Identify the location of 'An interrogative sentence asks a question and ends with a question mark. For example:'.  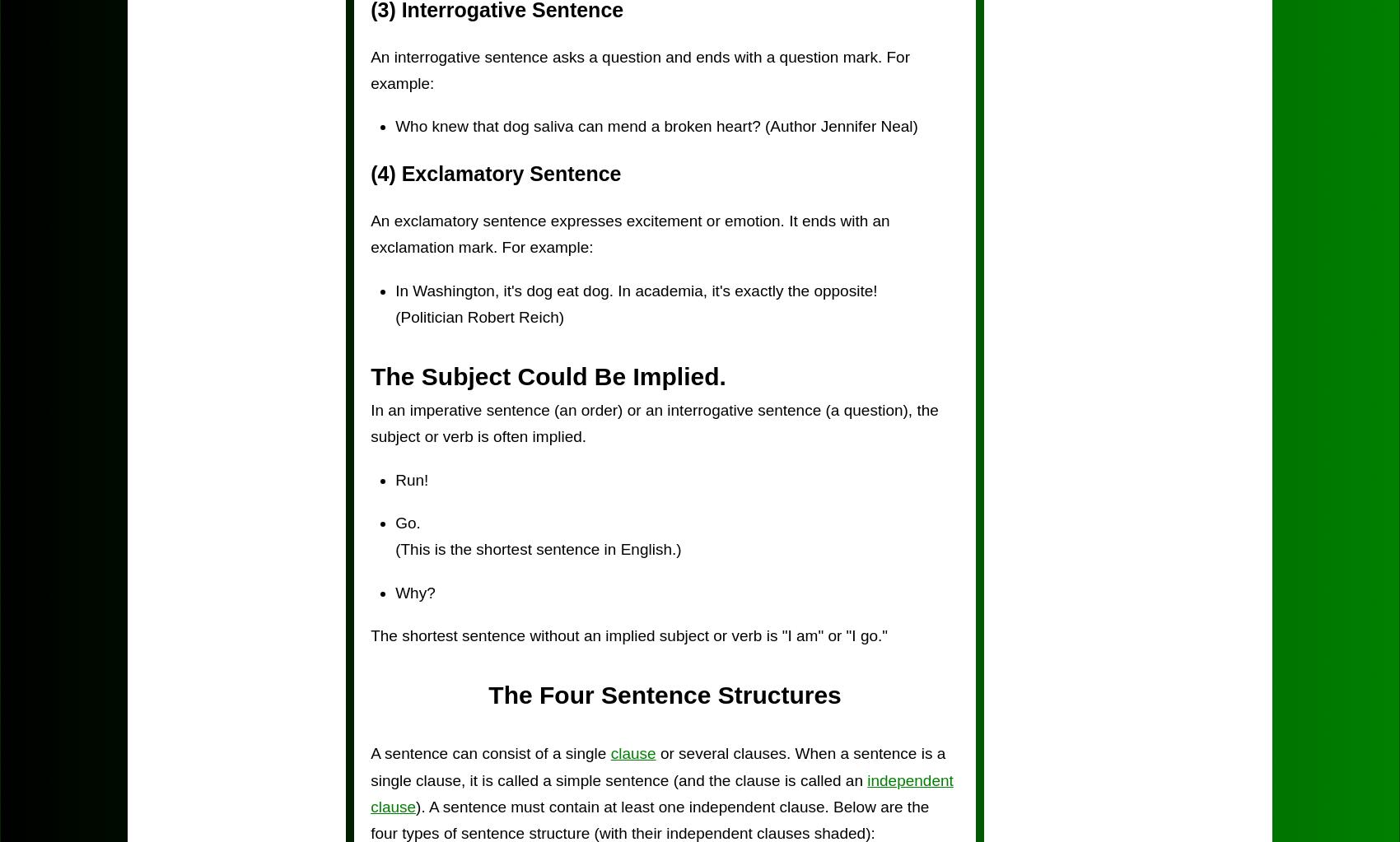
(639, 69).